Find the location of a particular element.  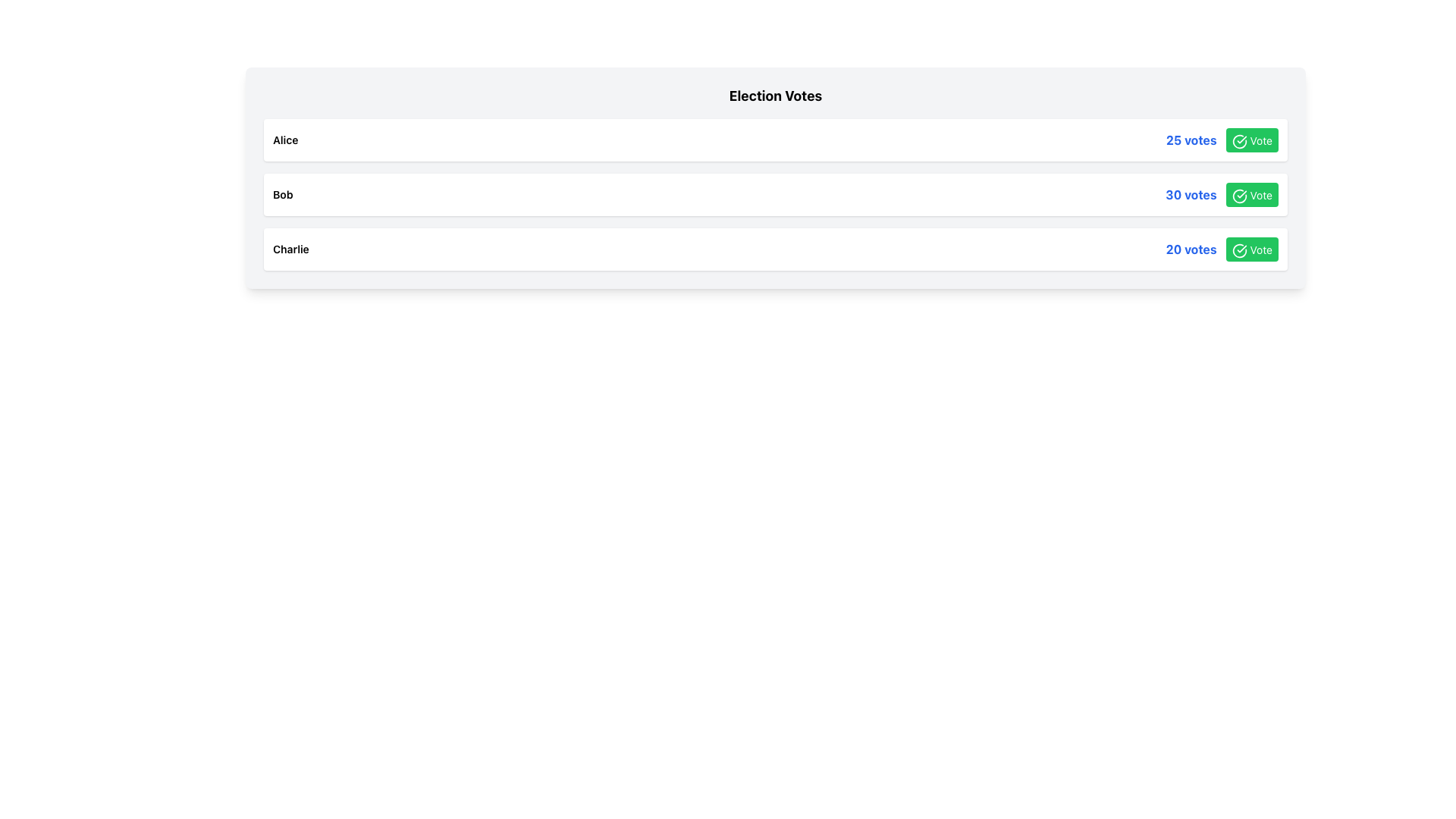

the SVG graphic within the 'Vote' button located in the first row of the list-style interface to signify its actionability is located at coordinates (1239, 141).